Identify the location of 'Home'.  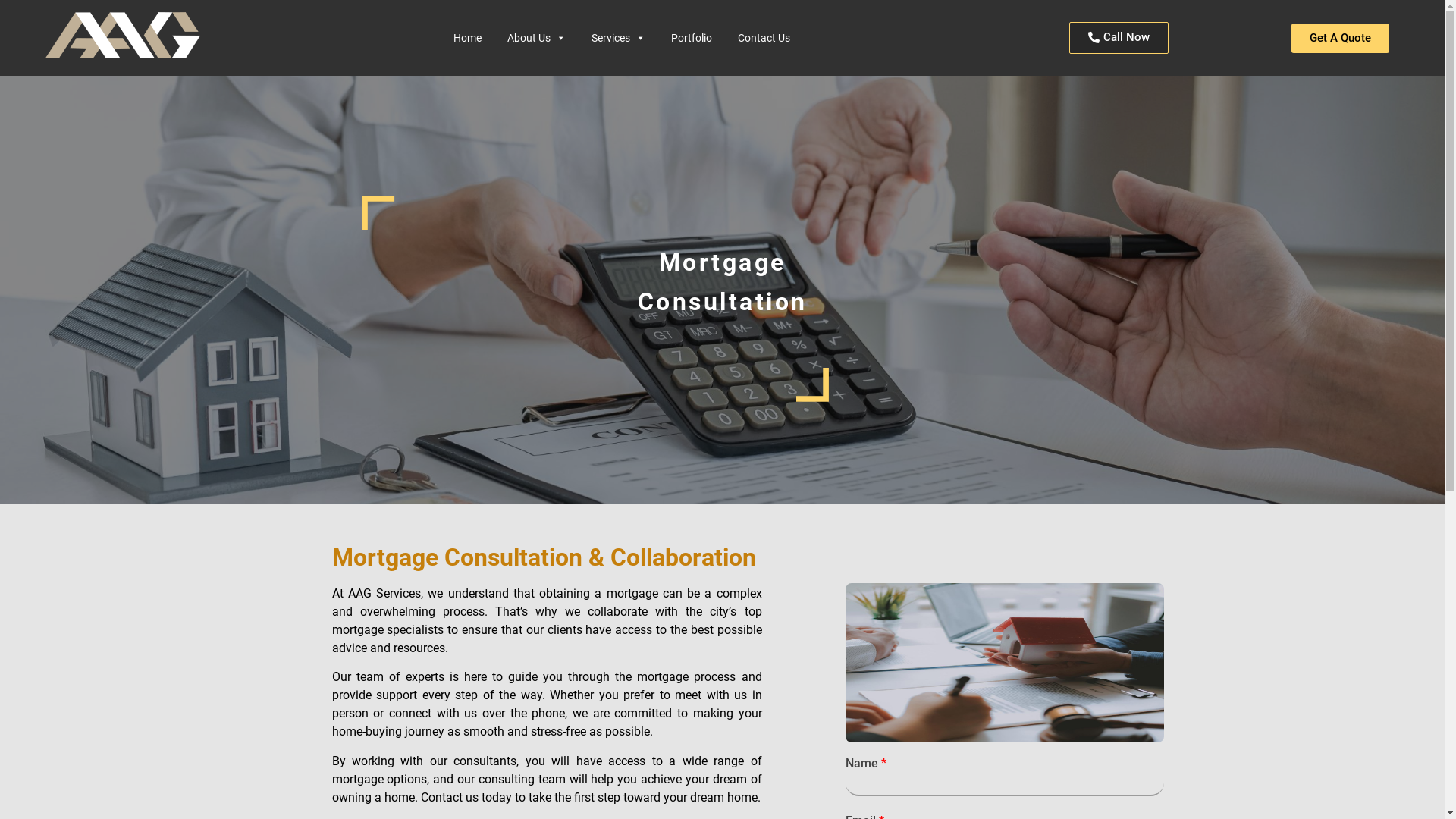
(466, 37).